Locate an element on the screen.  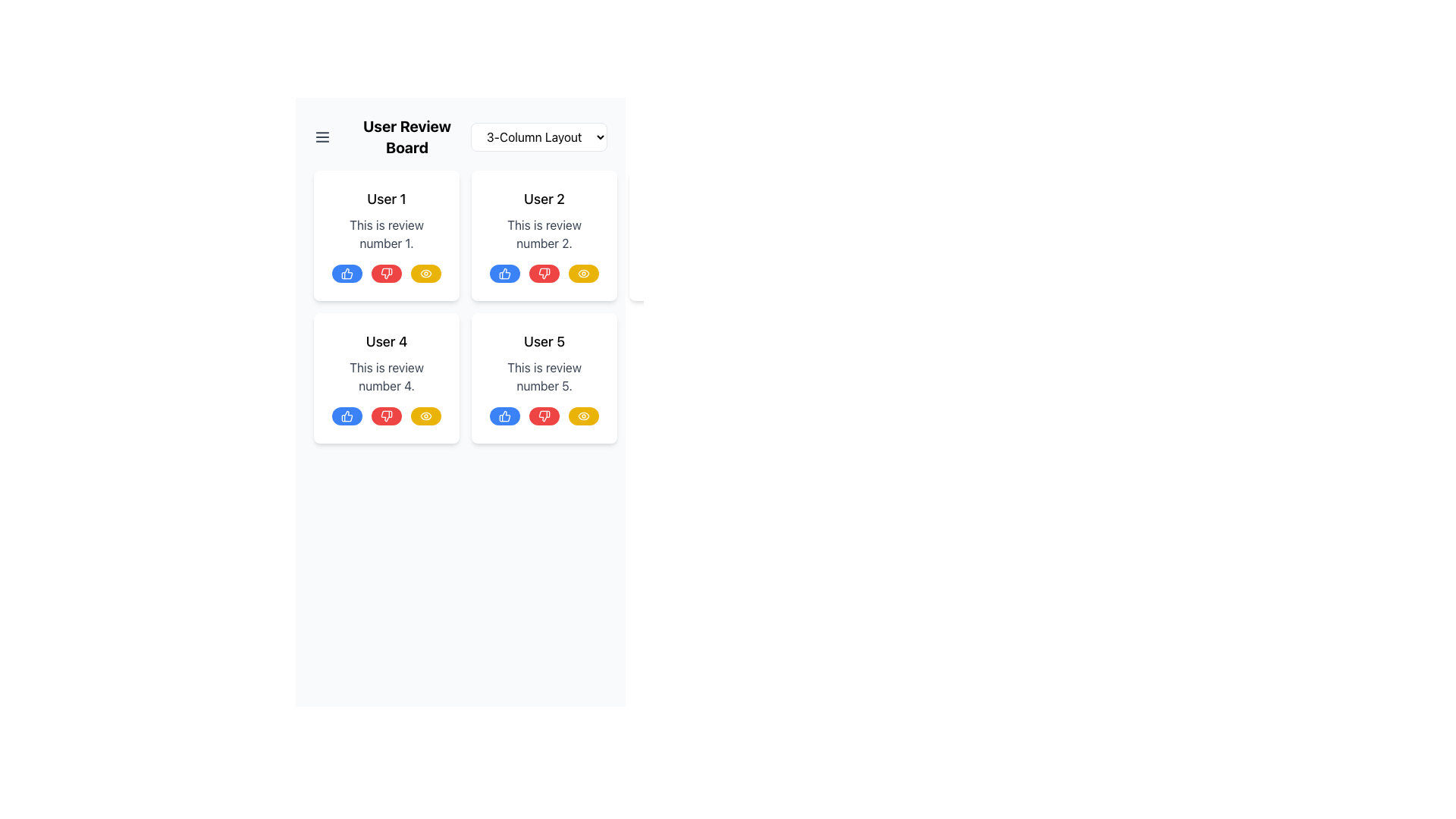
the static text element displaying the review content for 'User 5', located in the bottom row and third column of the review cards grid layout is located at coordinates (544, 376).